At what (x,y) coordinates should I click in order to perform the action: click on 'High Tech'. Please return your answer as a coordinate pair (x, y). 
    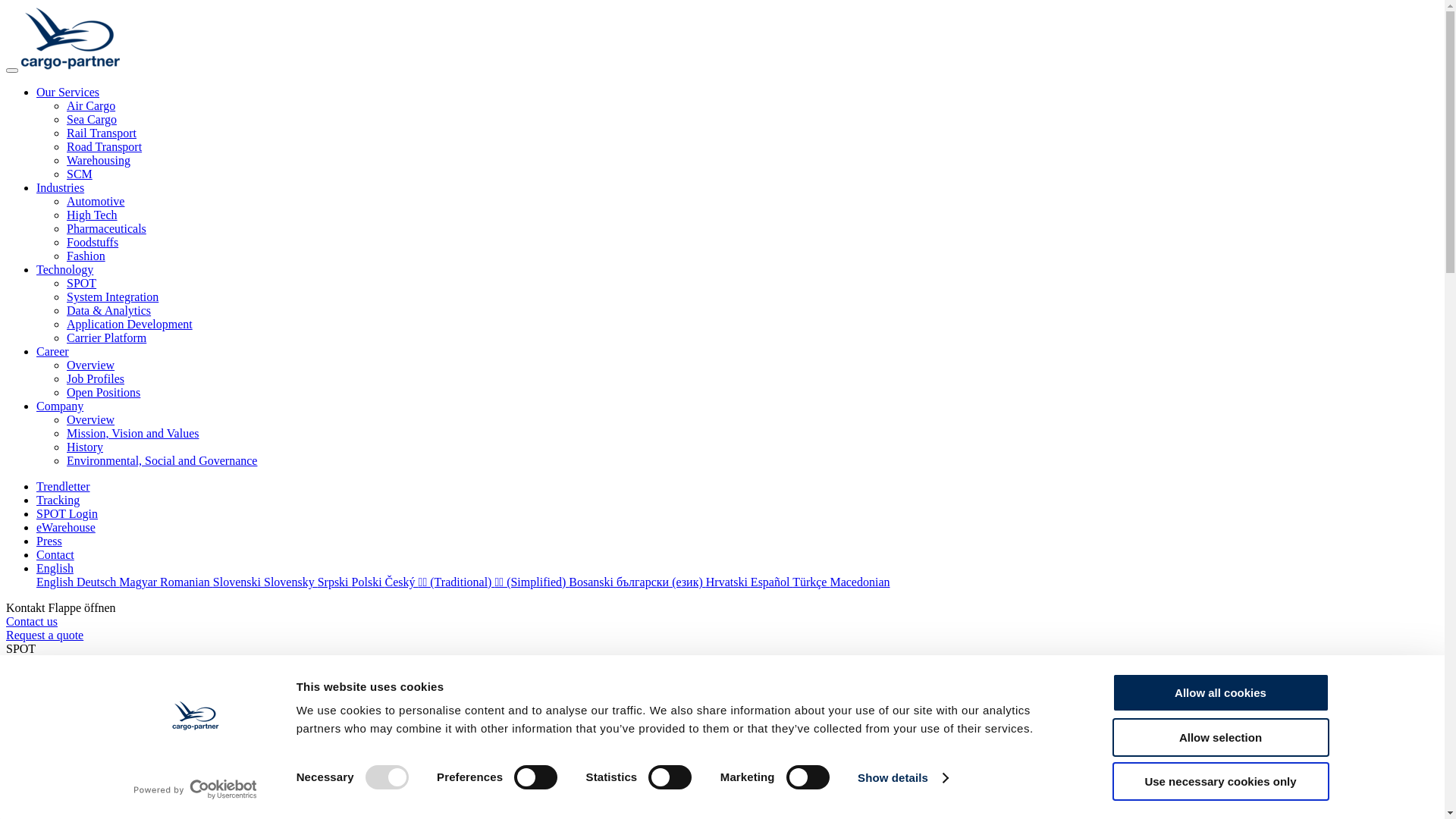
    Looking at the image, I should click on (91, 215).